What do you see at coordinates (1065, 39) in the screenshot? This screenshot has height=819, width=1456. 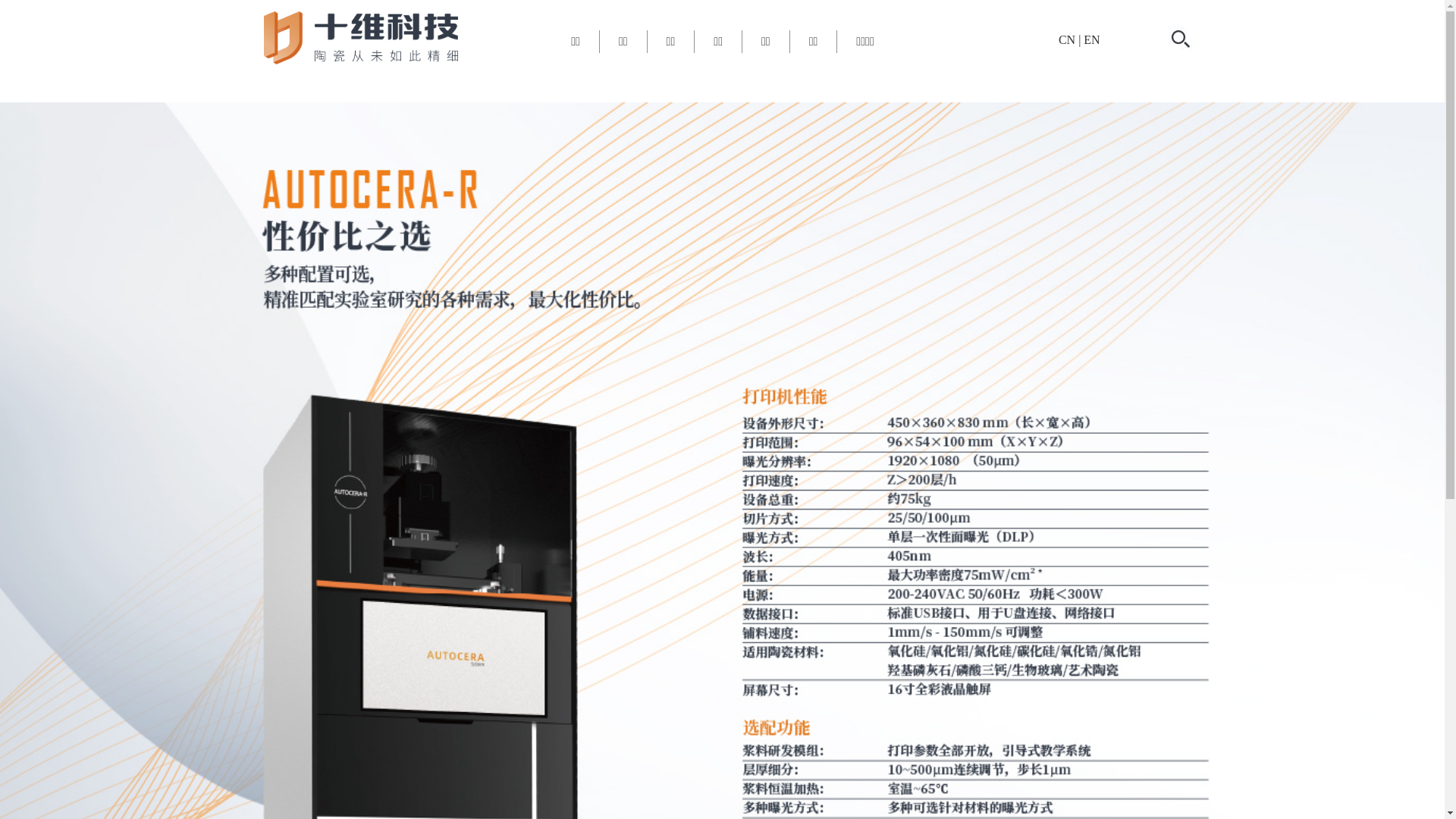 I see `'CN'` at bounding box center [1065, 39].